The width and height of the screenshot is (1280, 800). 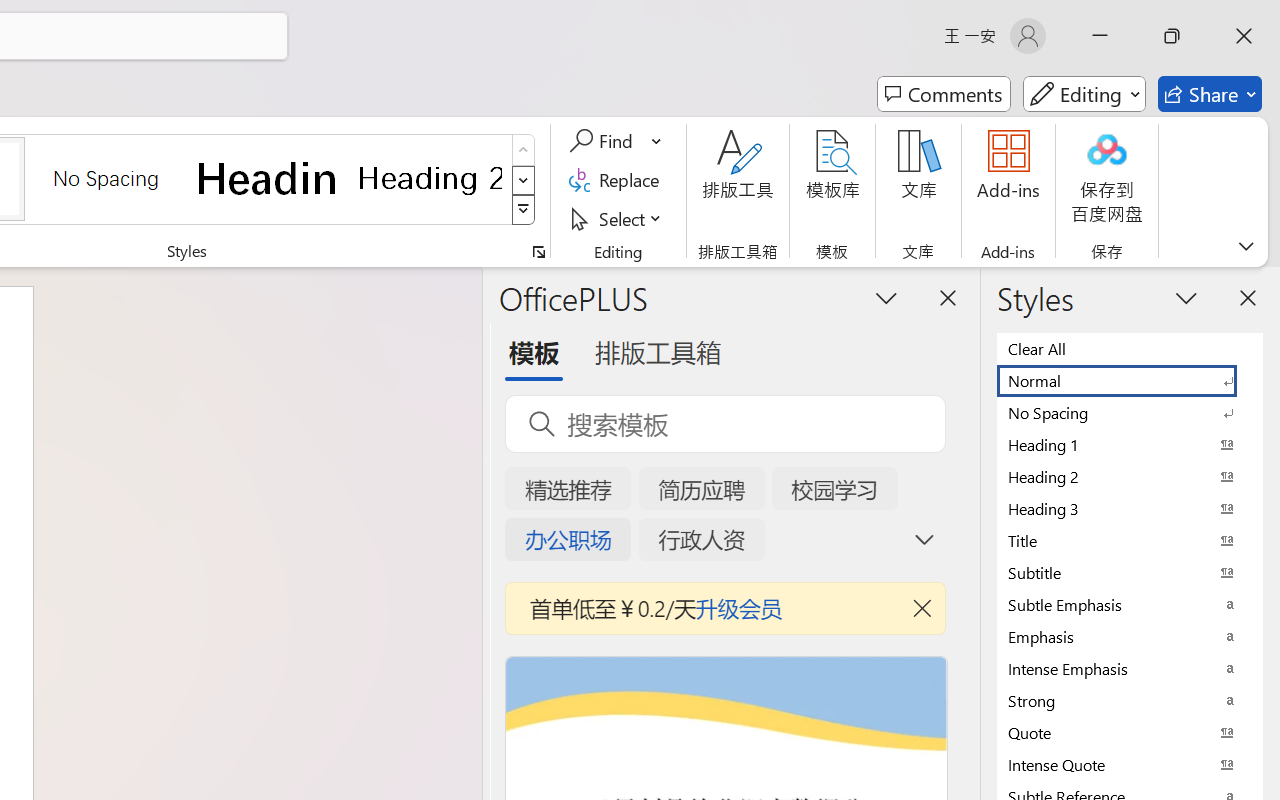 What do you see at coordinates (1130, 668) in the screenshot?
I see `'Intense Emphasis'` at bounding box center [1130, 668].